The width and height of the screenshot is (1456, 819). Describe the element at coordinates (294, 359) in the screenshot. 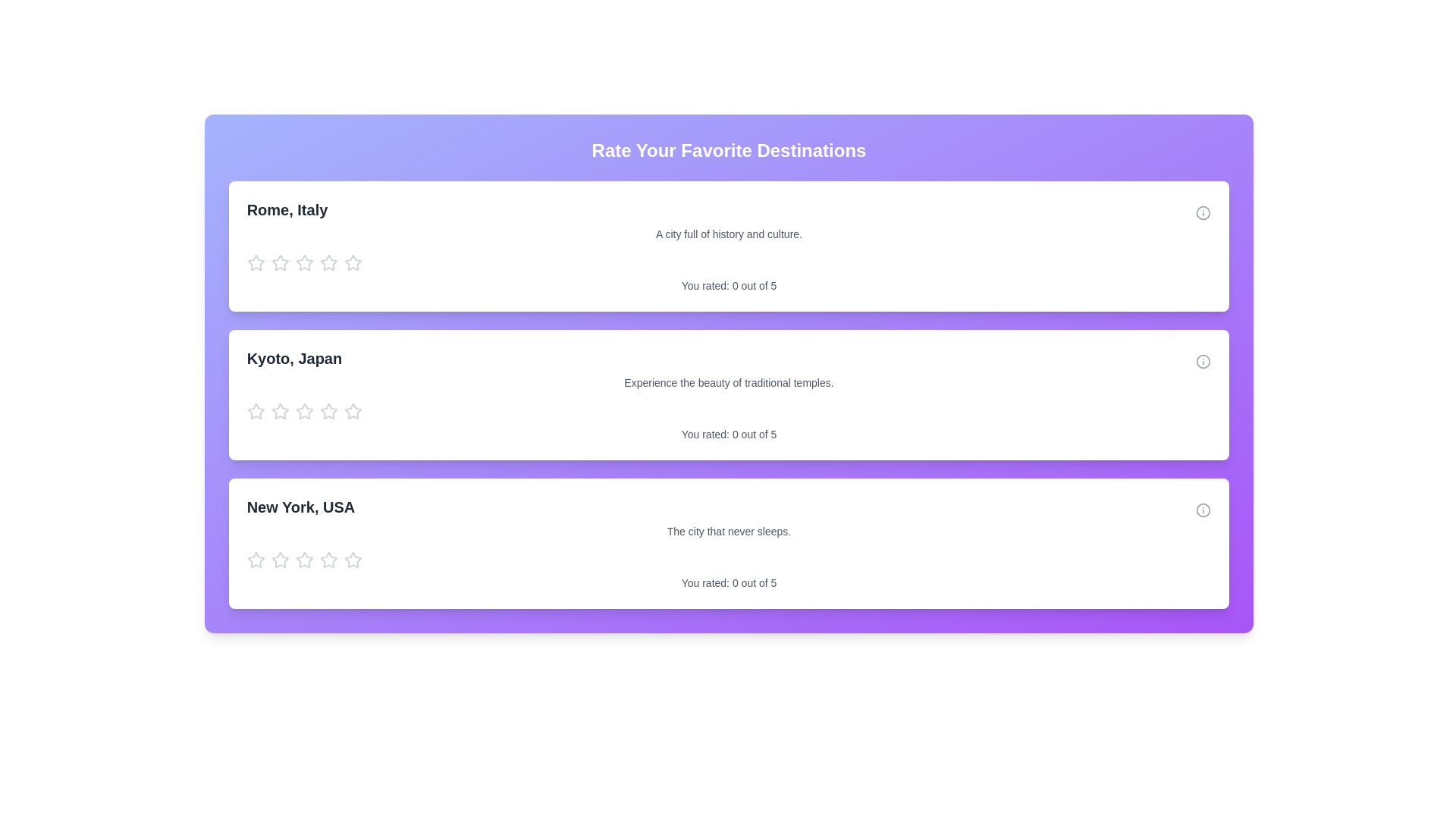

I see `Text label displaying 'Kyoto, Japan' located in the second section of the vertically stacked list of destinations, positioned directly above the star icons for rating` at that location.